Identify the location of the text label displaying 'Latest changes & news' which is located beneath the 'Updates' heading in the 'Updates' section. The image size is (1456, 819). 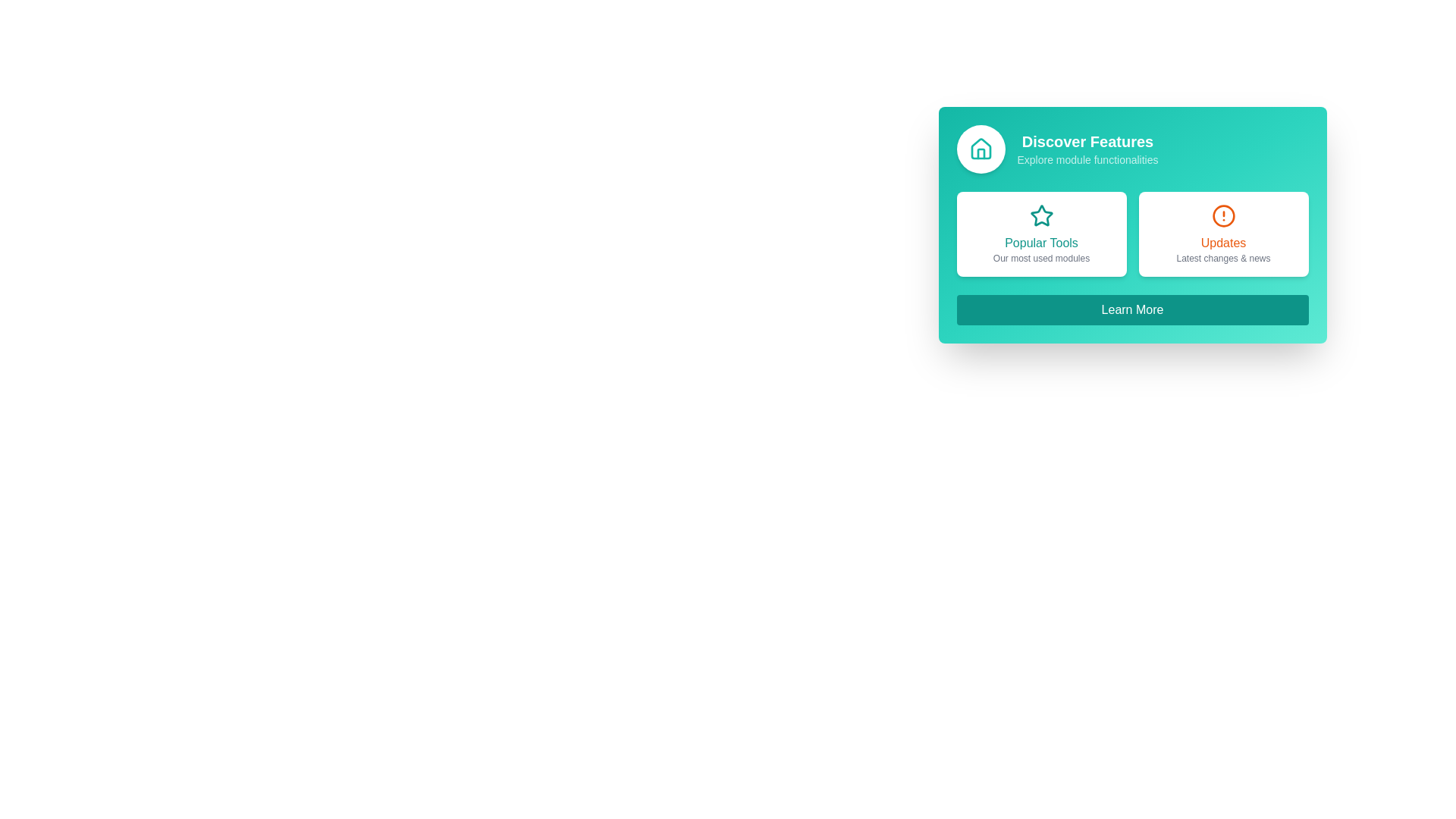
(1223, 257).